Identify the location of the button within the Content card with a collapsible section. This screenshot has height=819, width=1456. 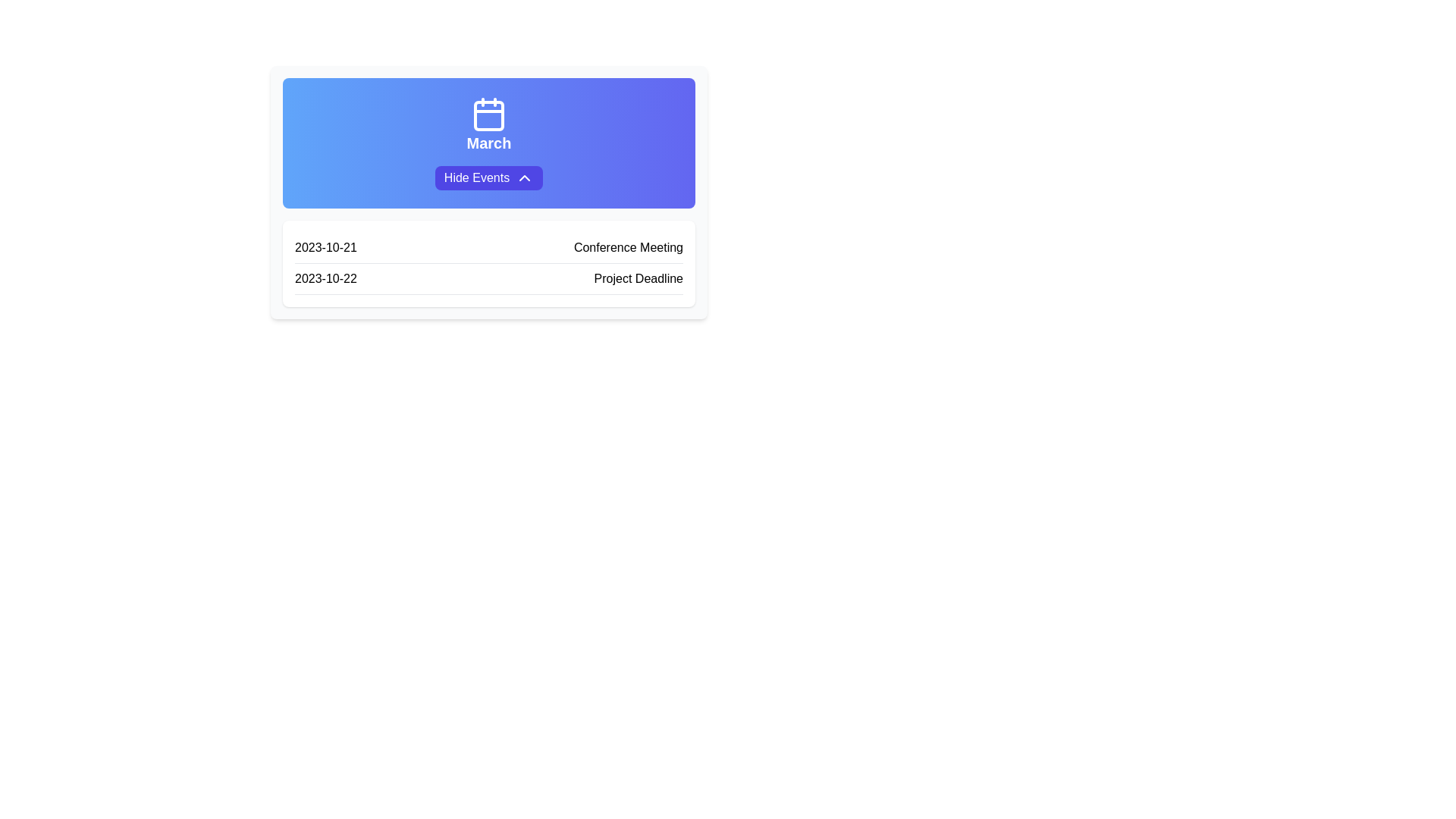
(488, 192).